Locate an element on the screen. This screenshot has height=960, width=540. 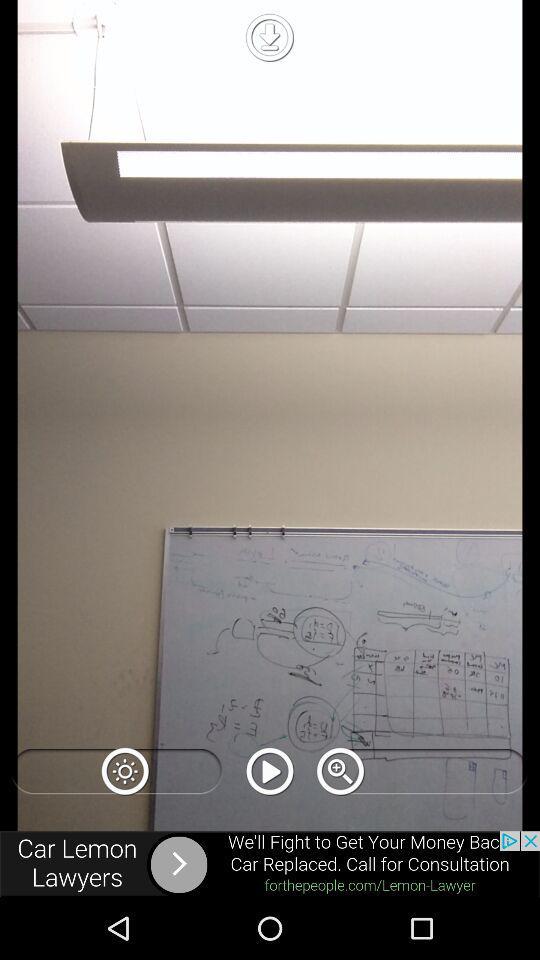
open webpage of displayed advertisement is located at coordinates (270, 863).